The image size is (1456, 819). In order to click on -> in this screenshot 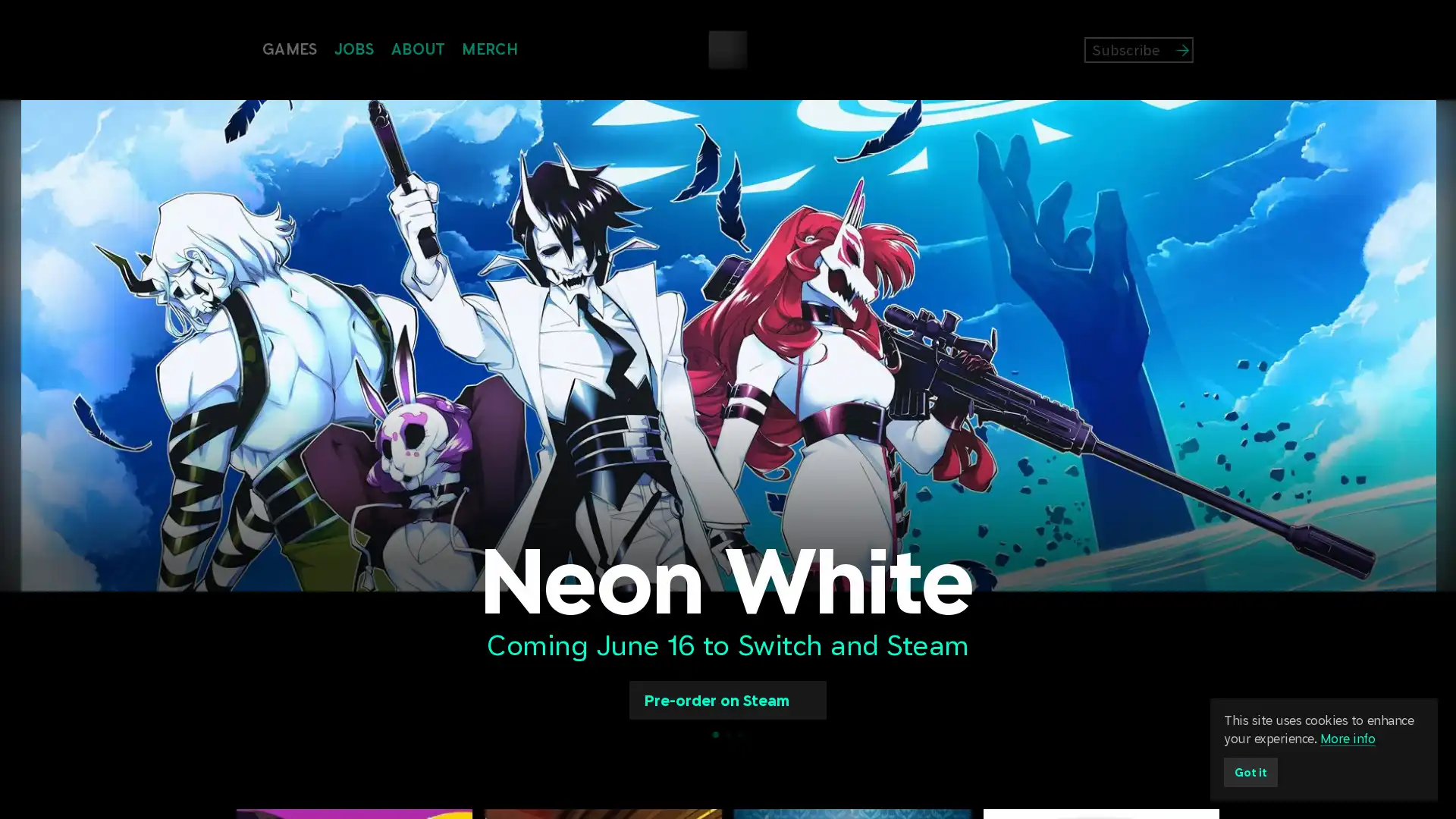, I will do `click(1207, 49)`.